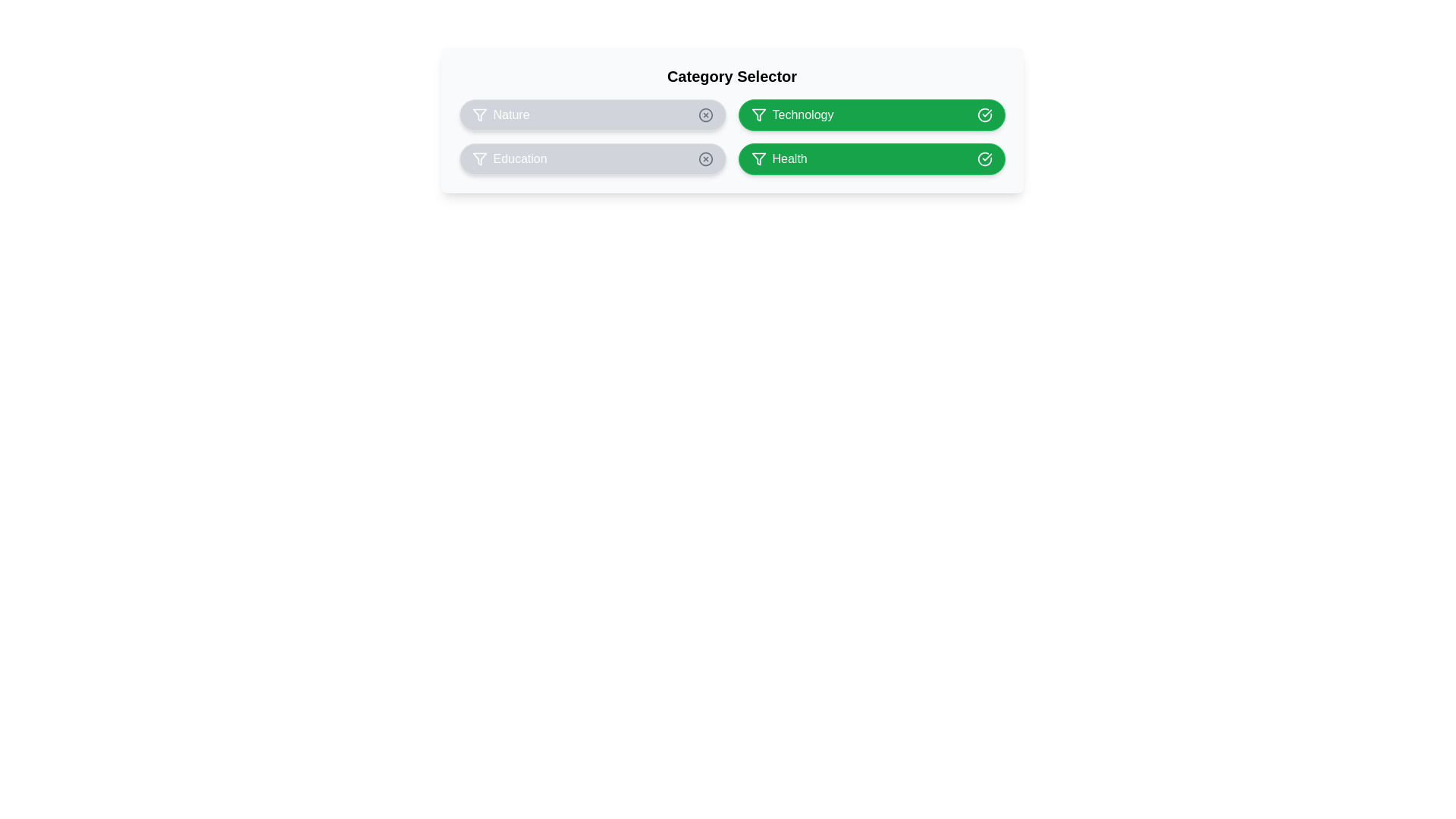 The height and width of the screenshot is (819, 1456). I want to click on the tag Health by clicking on it, so click(871, 158).